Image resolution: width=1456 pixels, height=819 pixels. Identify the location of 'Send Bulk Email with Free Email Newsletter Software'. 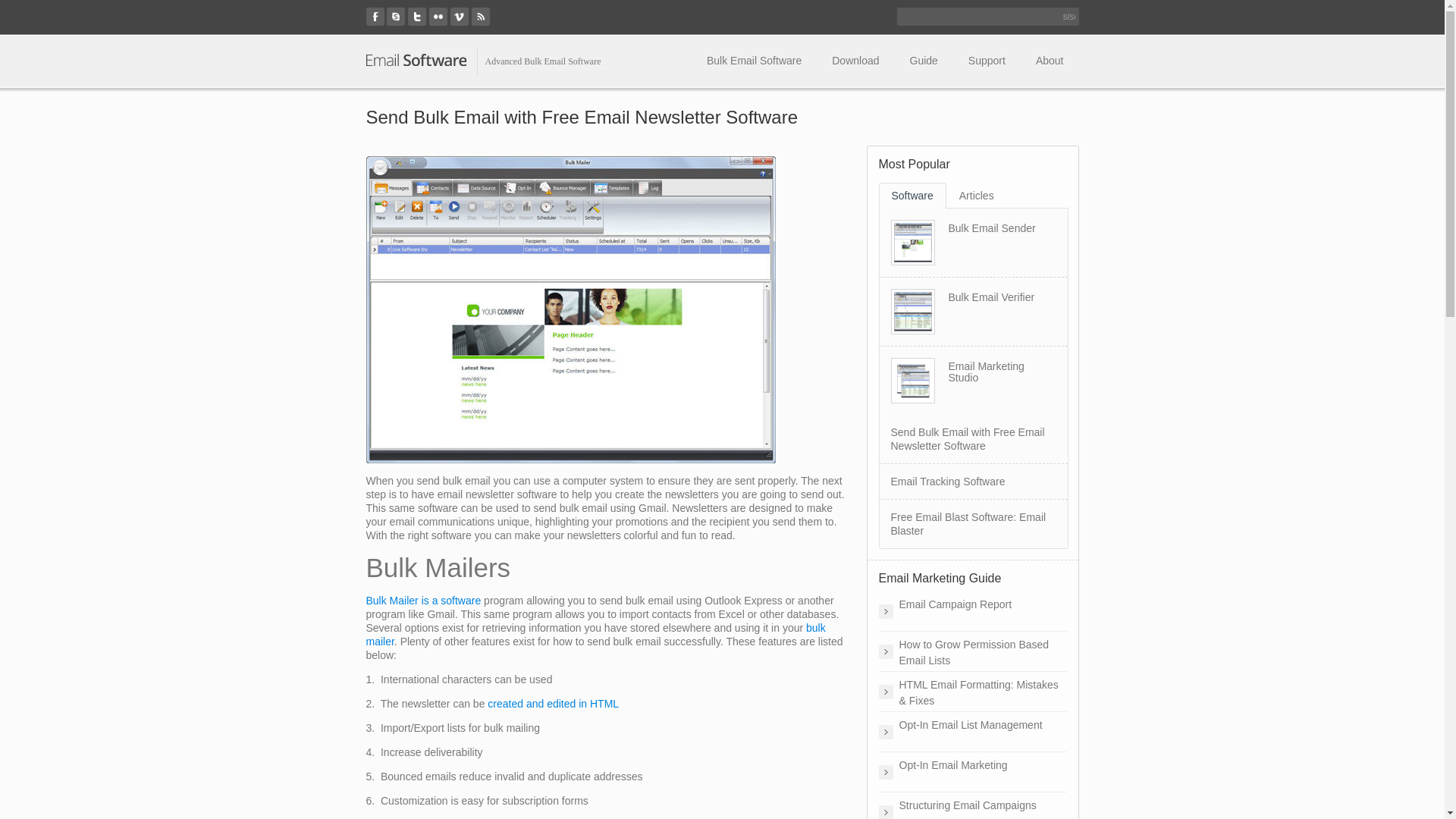
(966, 438).